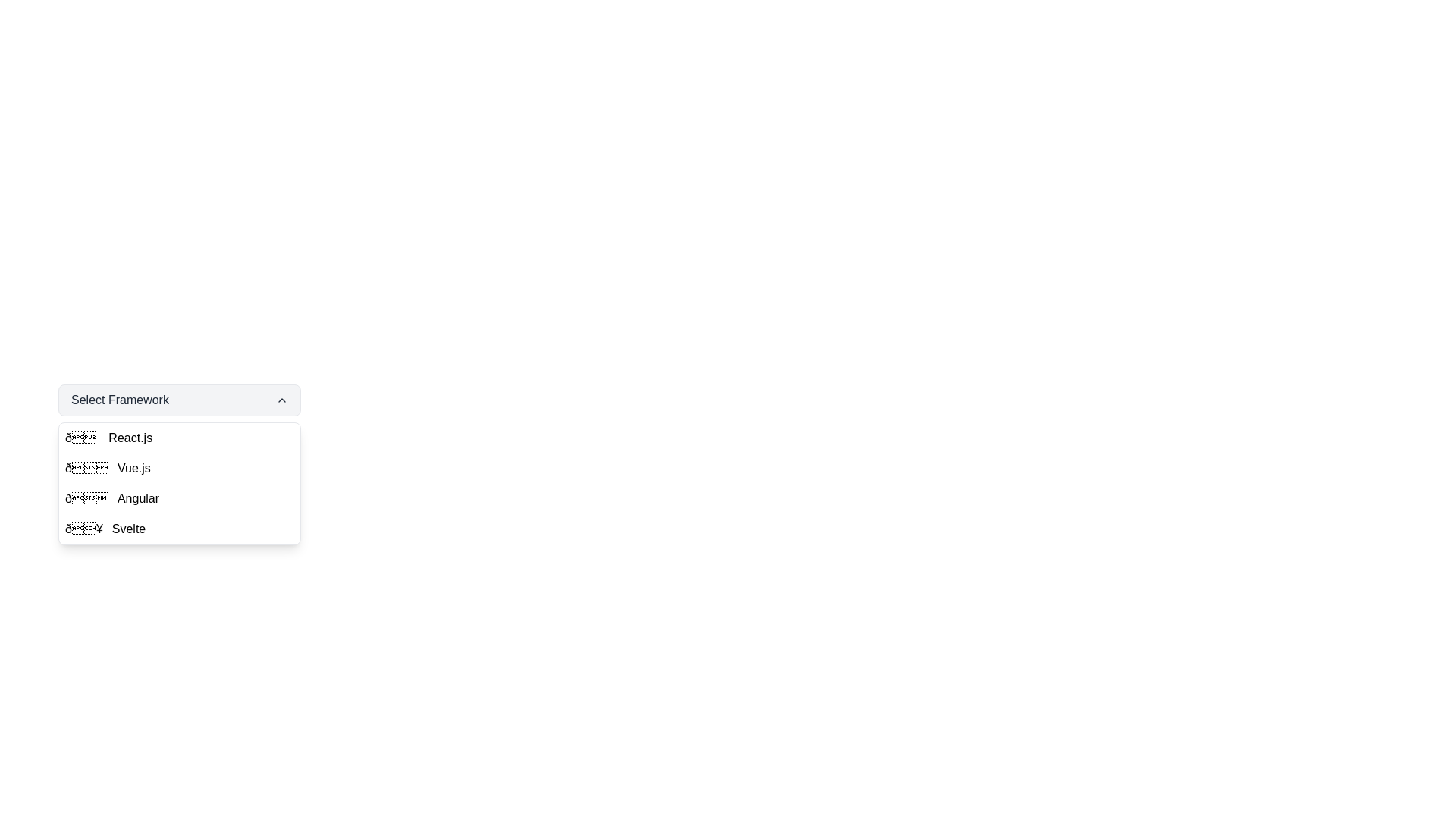 The image size is (1456, 819). I want to click on the first item in the dropdown menu that allows the user to select the 'React.js' framework, so click(179, 438).